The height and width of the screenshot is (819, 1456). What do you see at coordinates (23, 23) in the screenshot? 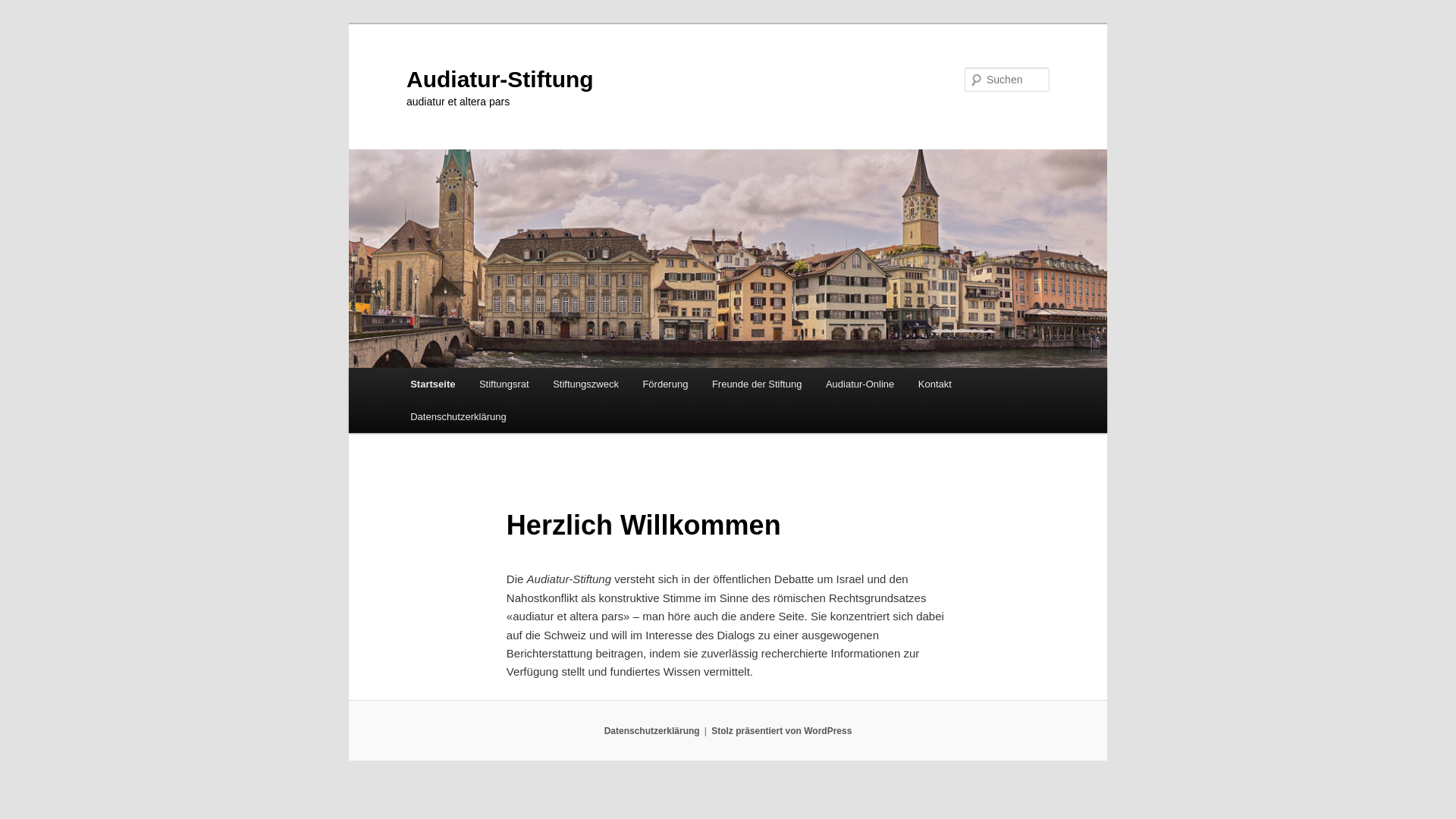
I see `'Zum Inhalt wechseln'` at bounding box center [23, 23].